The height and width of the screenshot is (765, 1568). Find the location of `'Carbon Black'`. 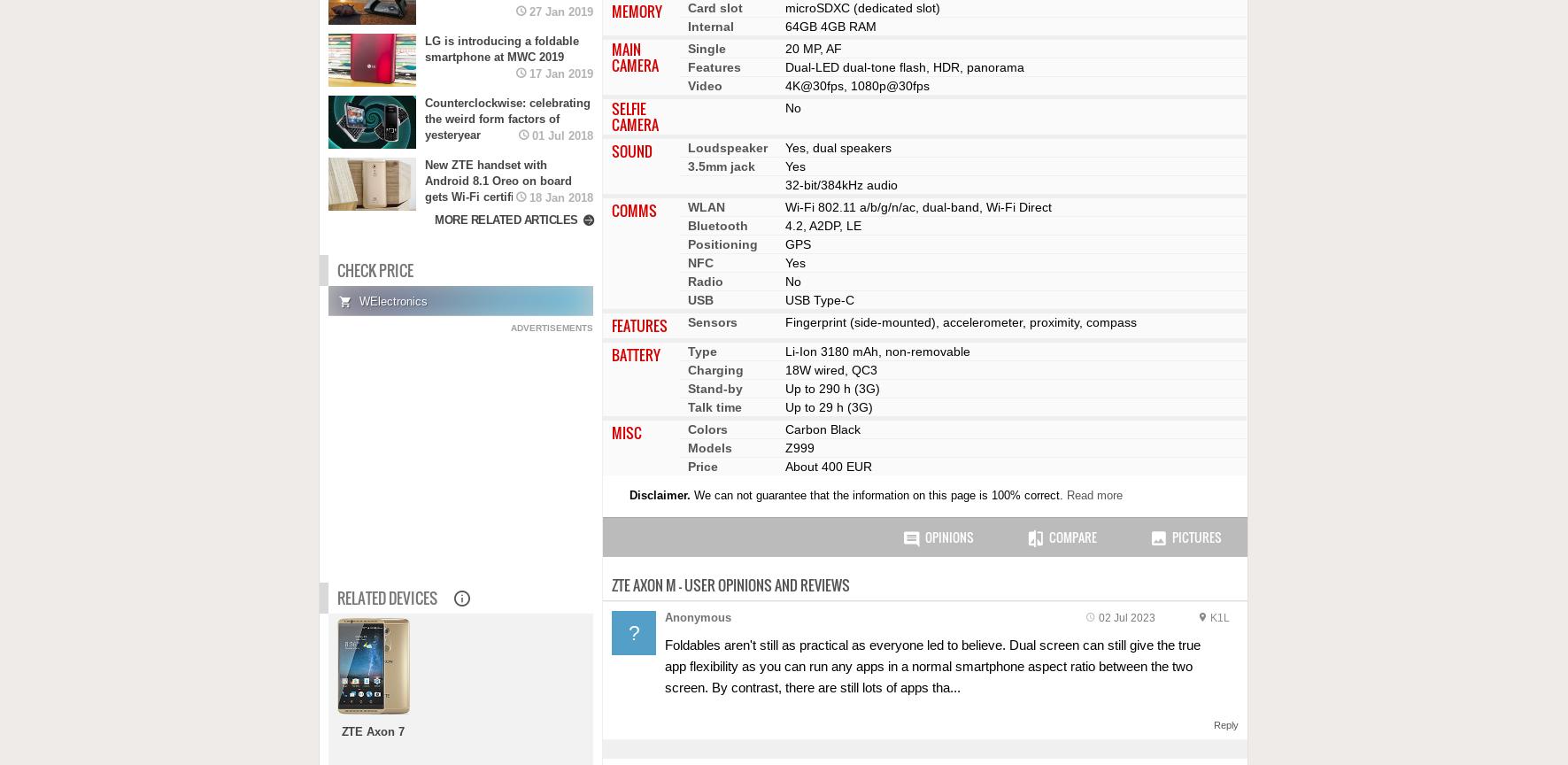

'Carbon Black' is located at coordinates (823, 429).